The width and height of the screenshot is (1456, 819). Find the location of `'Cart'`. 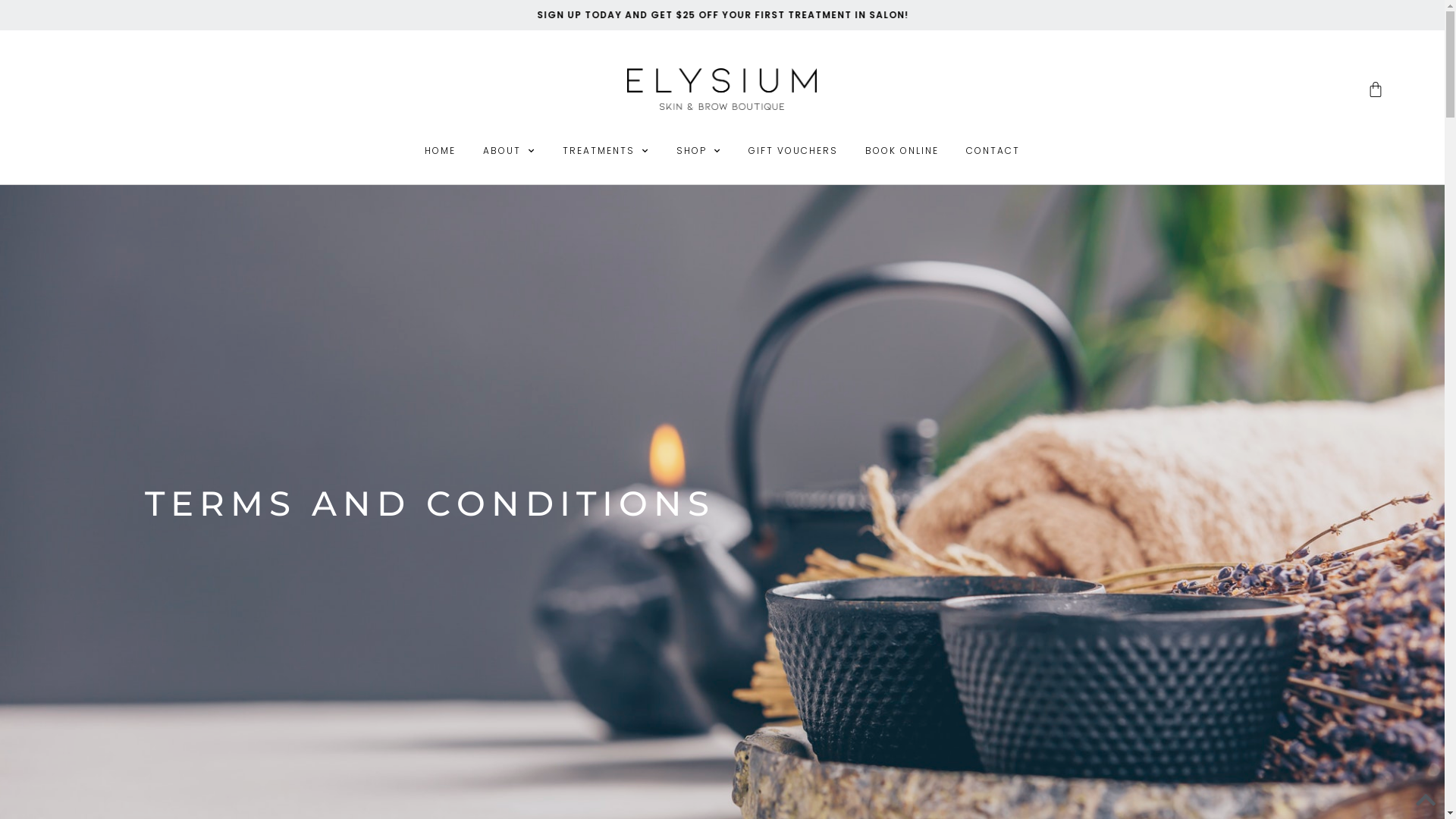

'Cart' is located at coordinates (1336, 89).